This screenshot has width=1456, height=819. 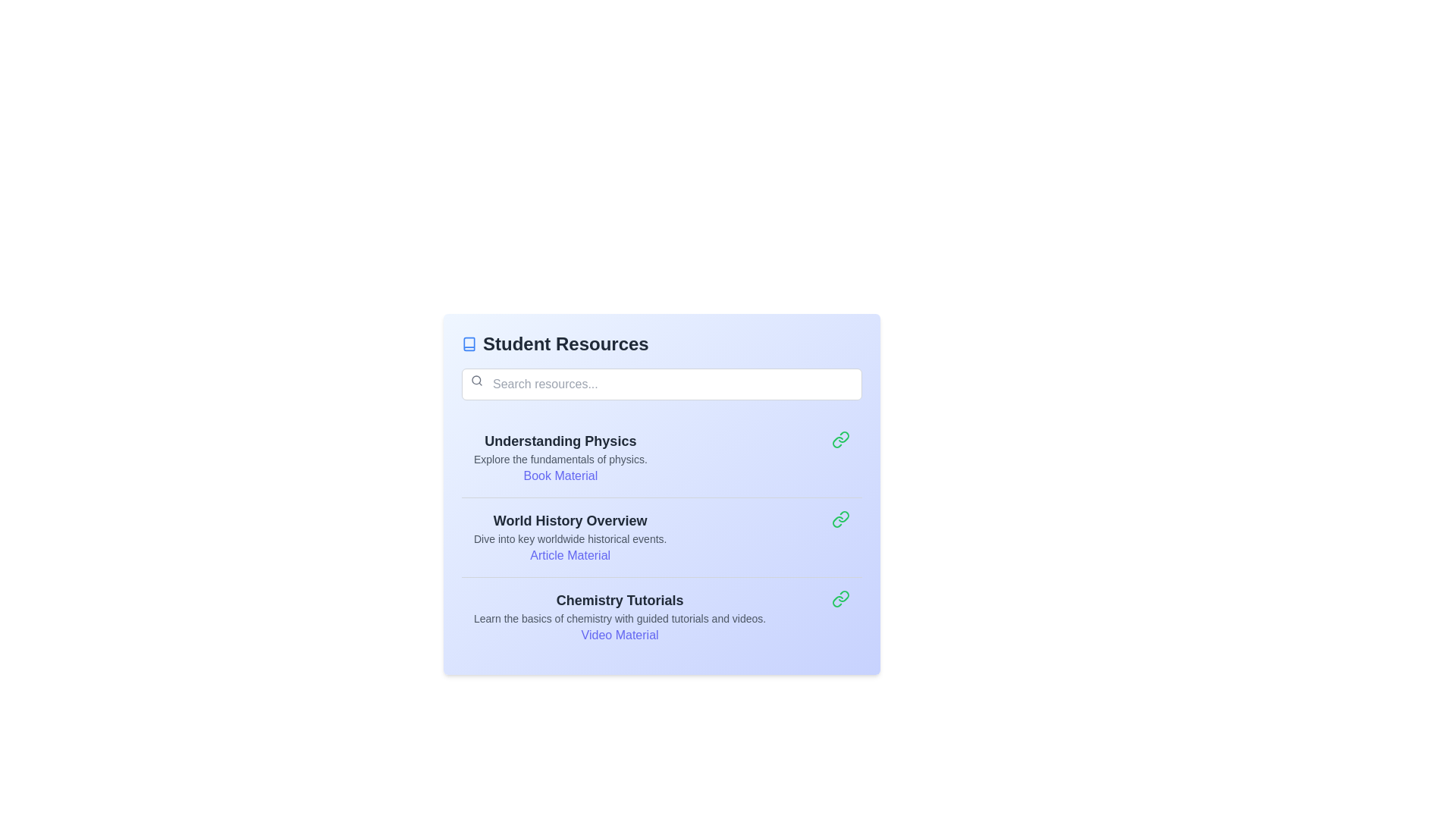 What do you see at coordinates (839, 598) in the screenshot?
I see `link icon beside the resource titled 'Chemistry Tutorials'` at bounding box center [839, 598].